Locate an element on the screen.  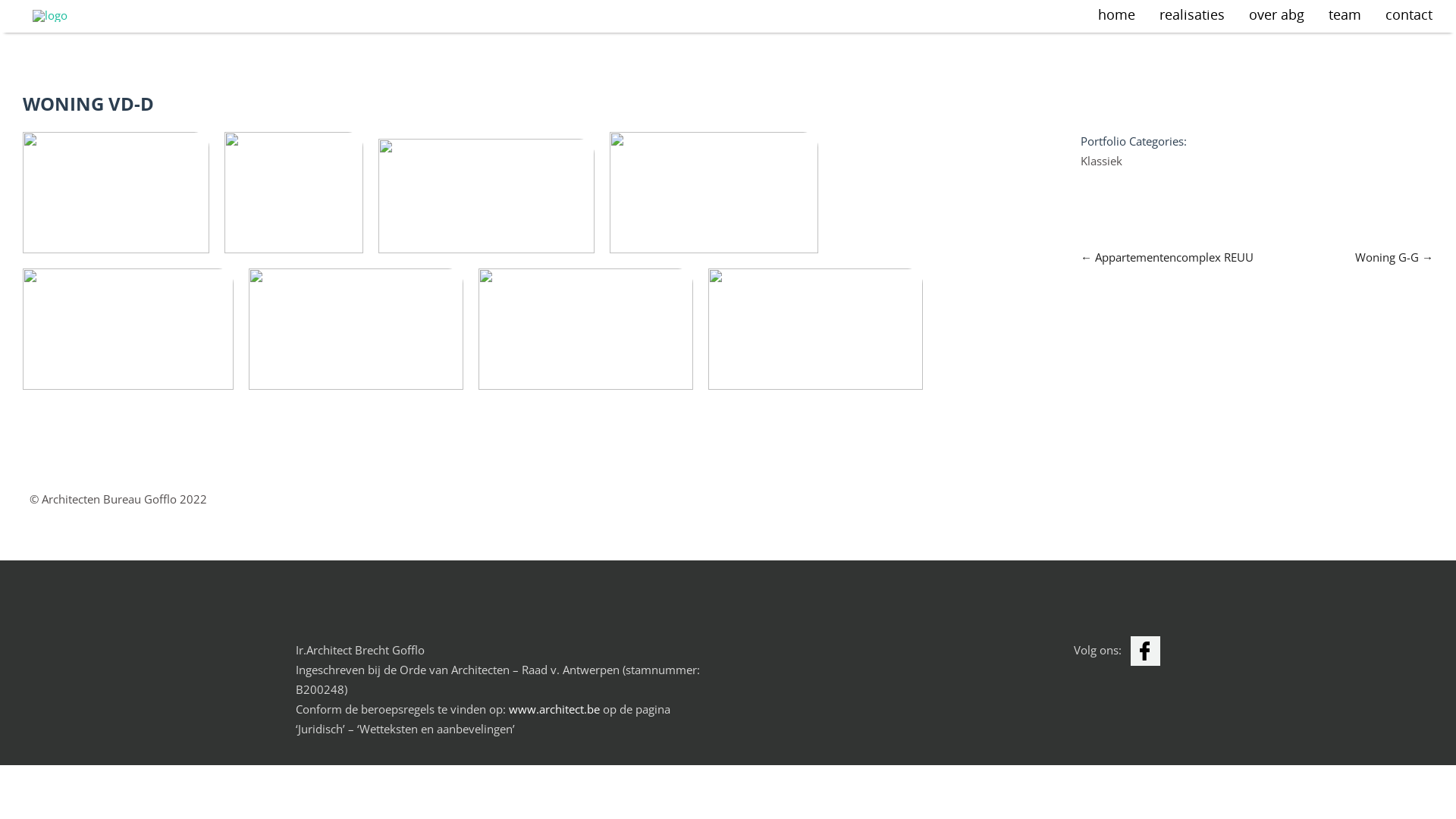
'realisaties' is located at coordinates (1191, 16).